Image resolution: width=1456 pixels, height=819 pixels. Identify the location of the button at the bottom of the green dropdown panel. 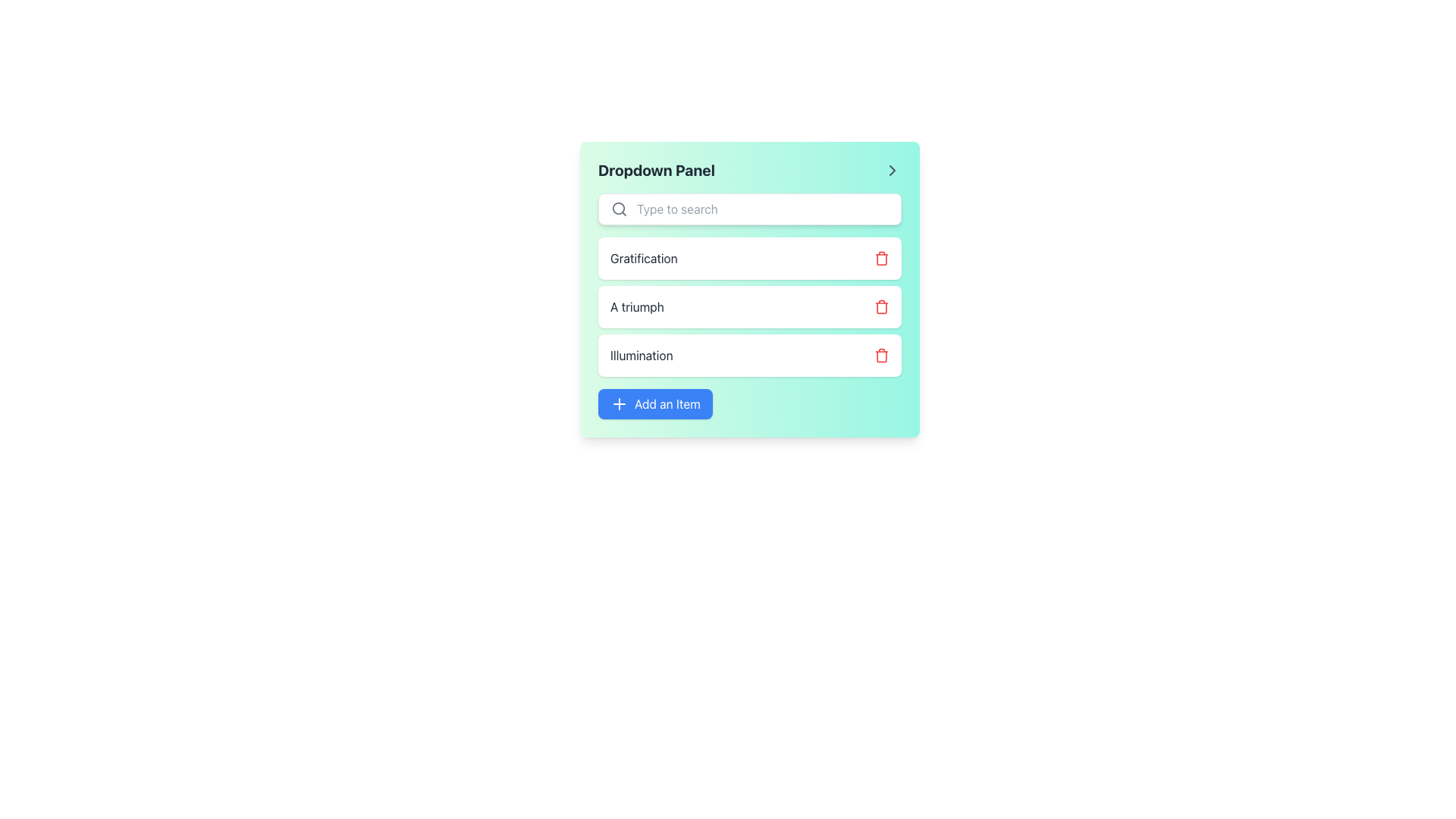
(655, 403).